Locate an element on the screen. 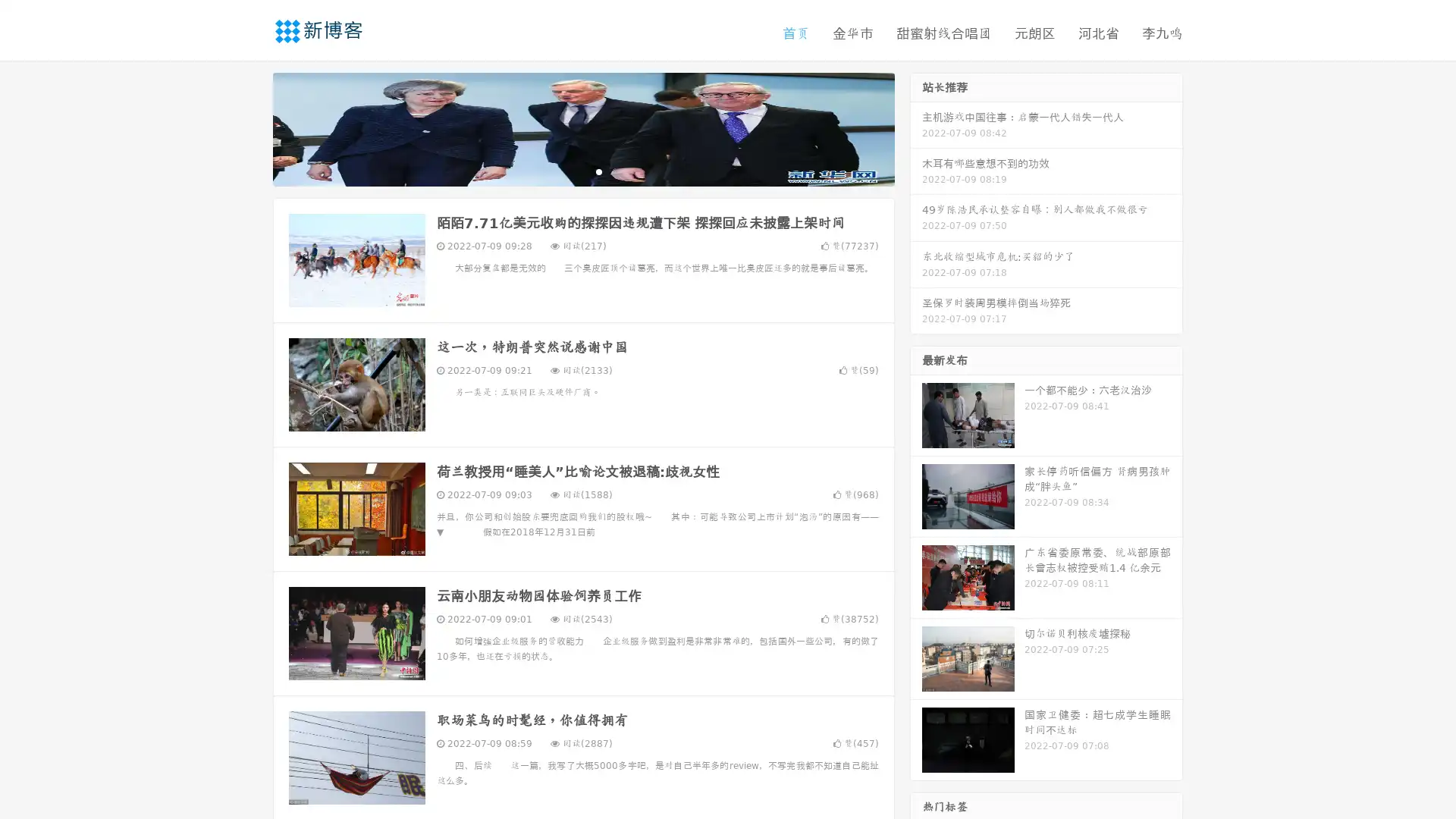 This screenshot has width=1456, height=819. Go to slide 2 is located at coordinates (582, 171).